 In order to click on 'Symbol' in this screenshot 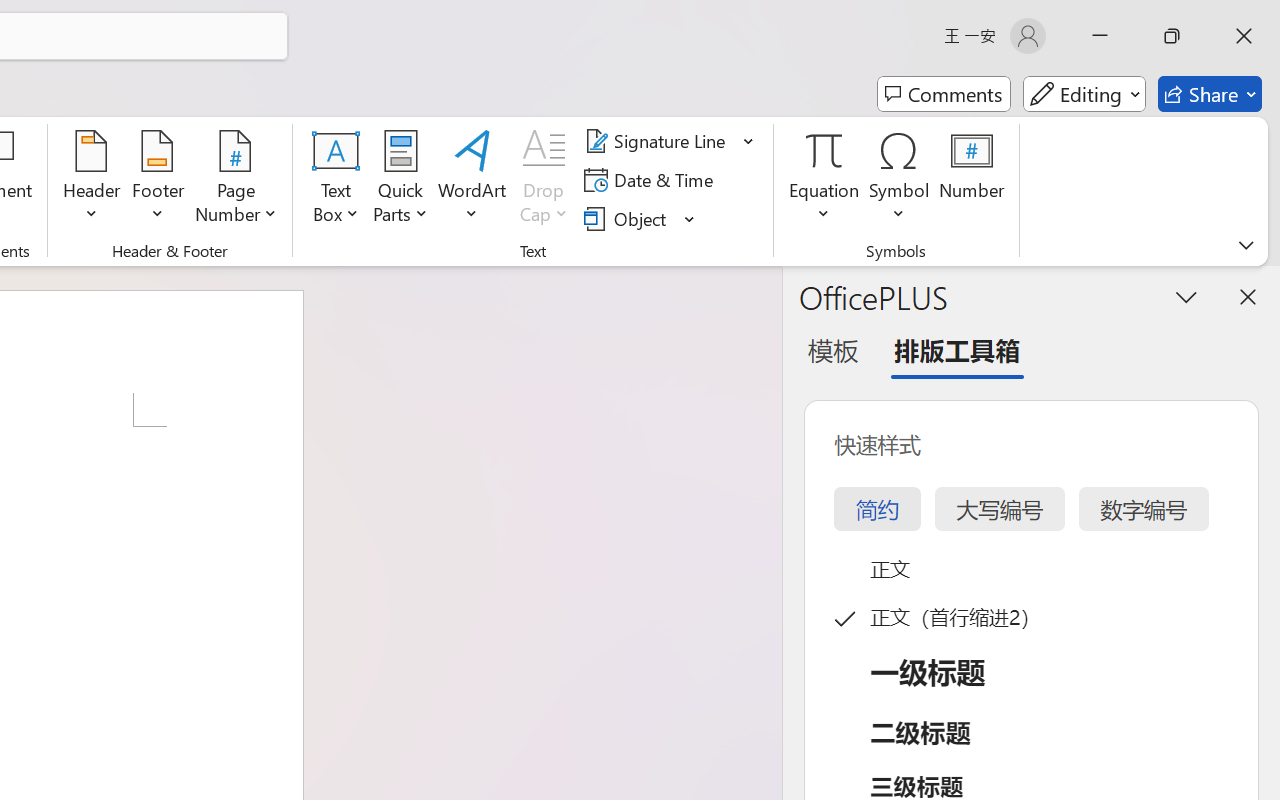, I will do `click(898, 179)`.